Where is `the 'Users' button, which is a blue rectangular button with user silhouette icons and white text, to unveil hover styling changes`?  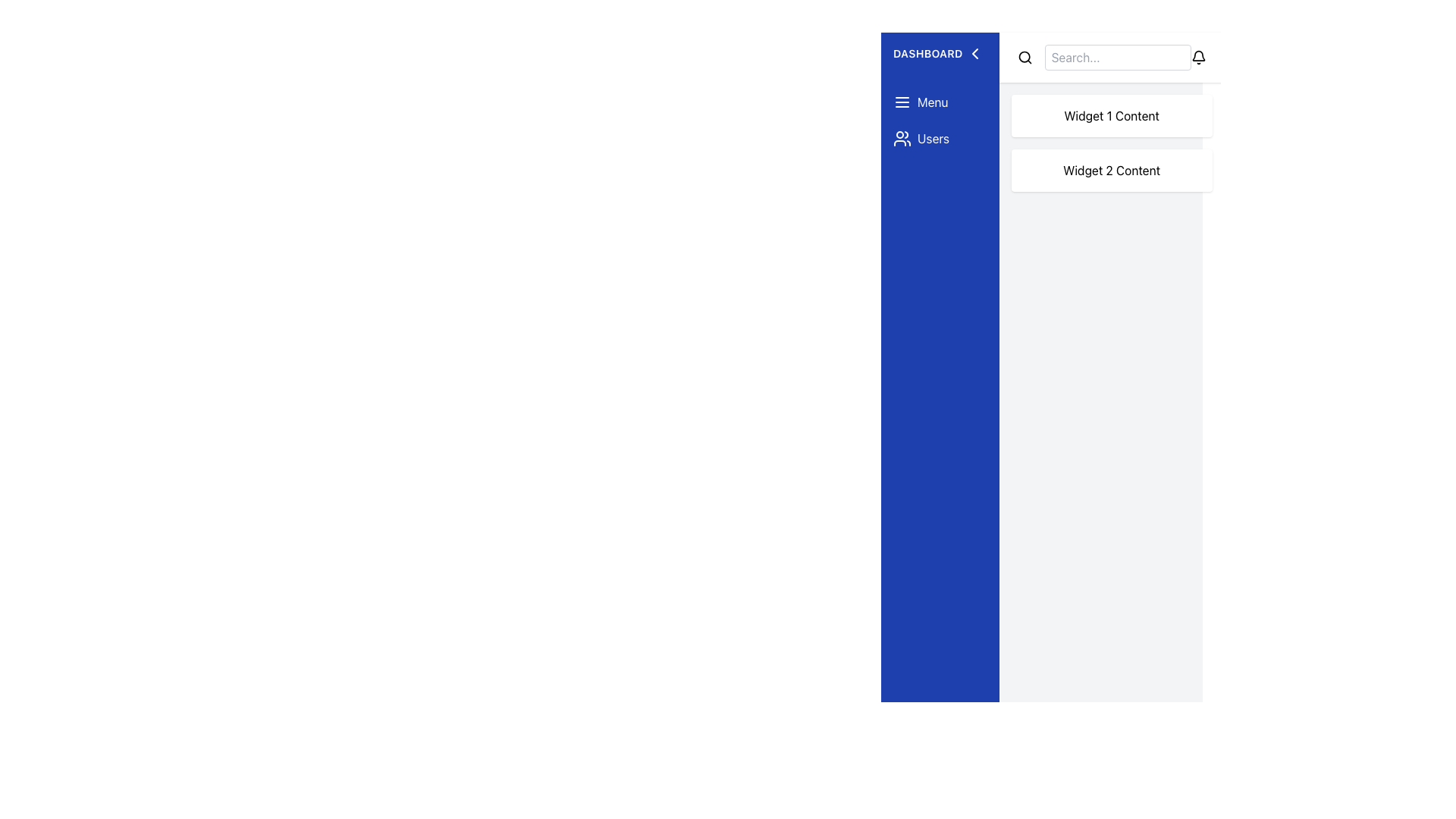 the 'Users' button, which is a blue rectangular button with user silhouette icons and white text, to unveil hover styling changes is located at coordinates (939, 138).